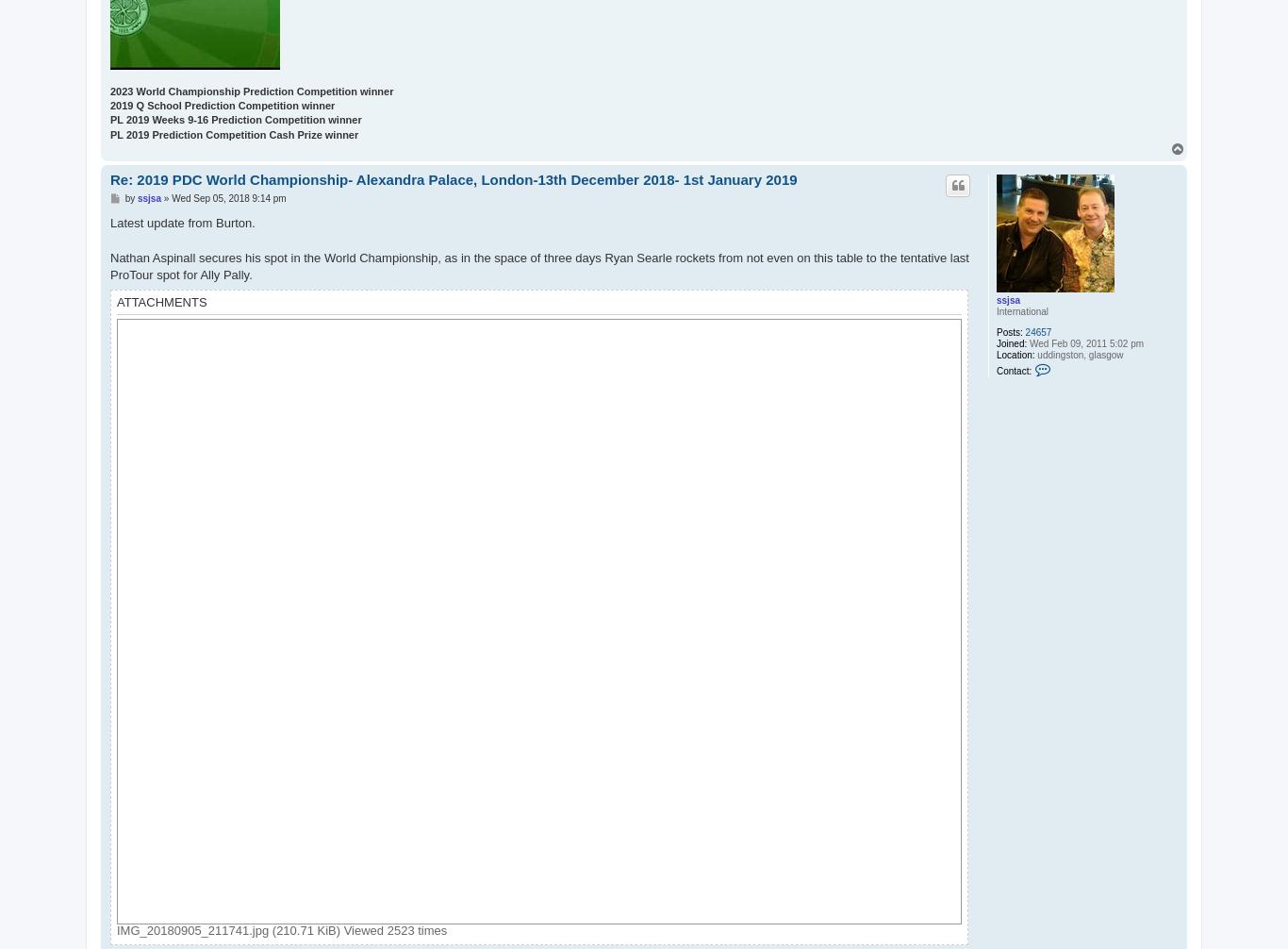 Image resolution: width=1288 pixels, height=949 pixels. I want to click on '2019 Q School Prediction Competition winner', so click(223, 105).